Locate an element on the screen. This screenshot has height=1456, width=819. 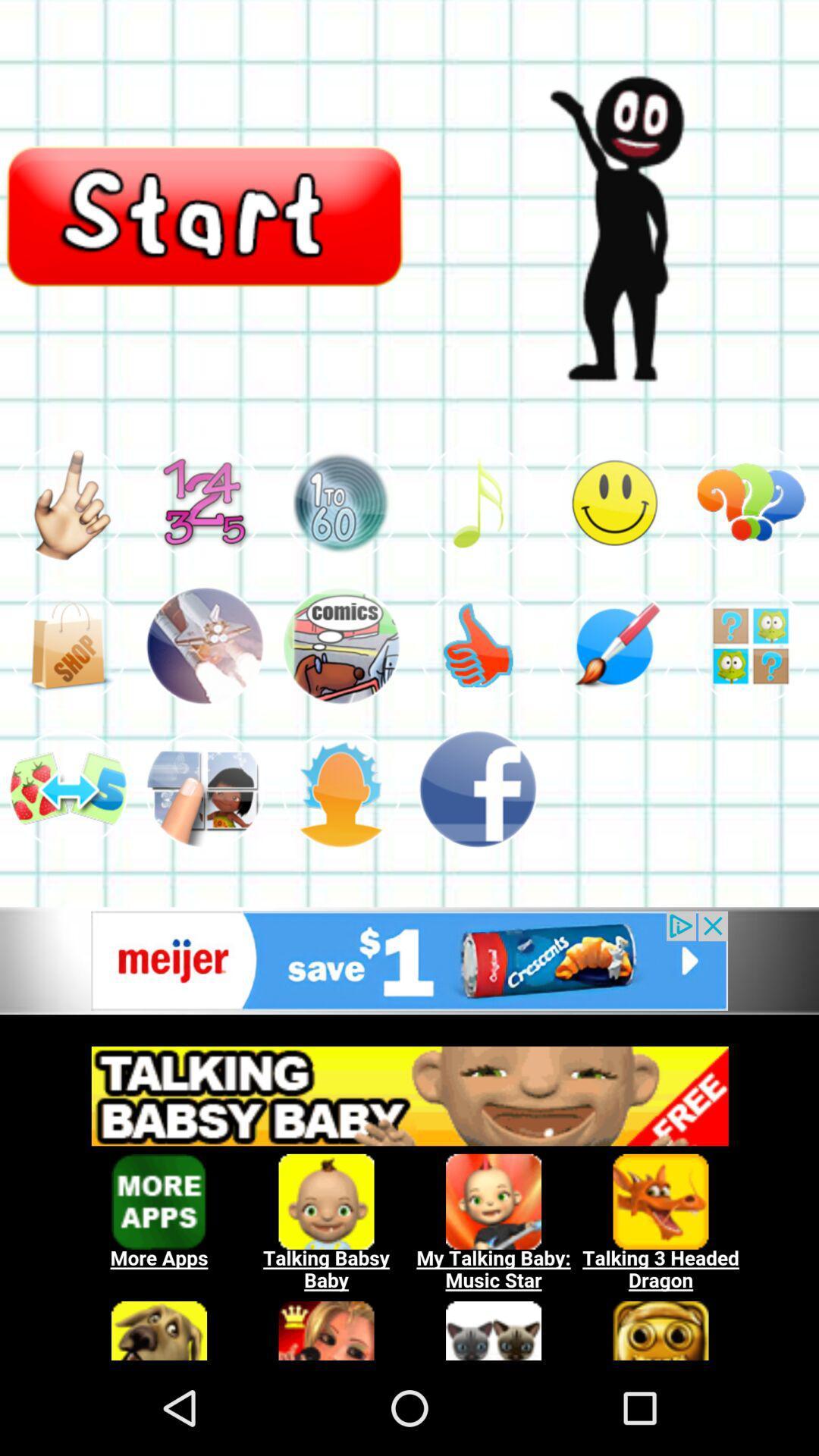
music is located at coordinates (476, 502).